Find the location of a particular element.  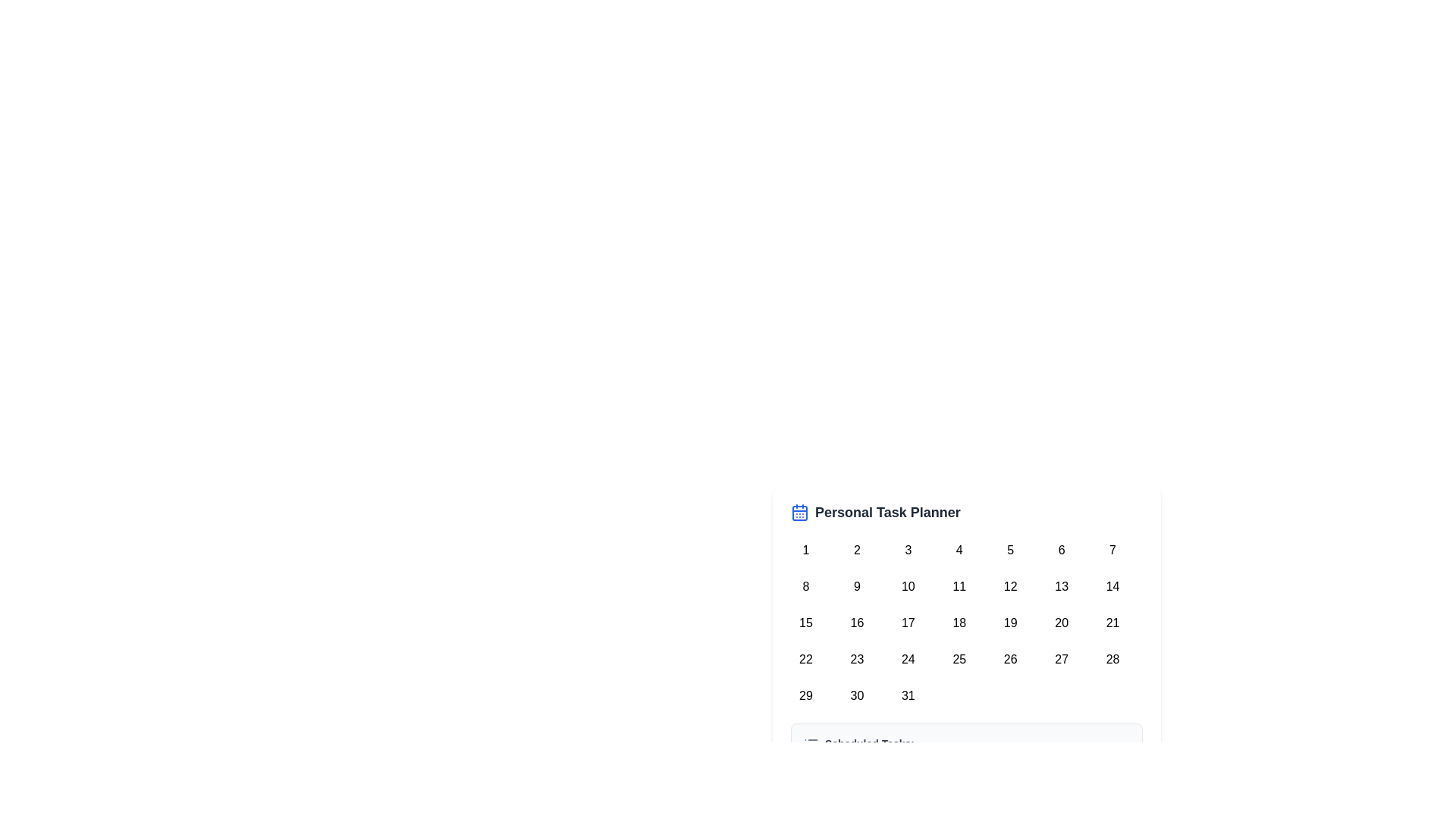

the selectable date button '23' in the calendar of the 'Personal Task Planner' interface located in the fifth row and second column of the grid layout is located at coordinates (857, 659).